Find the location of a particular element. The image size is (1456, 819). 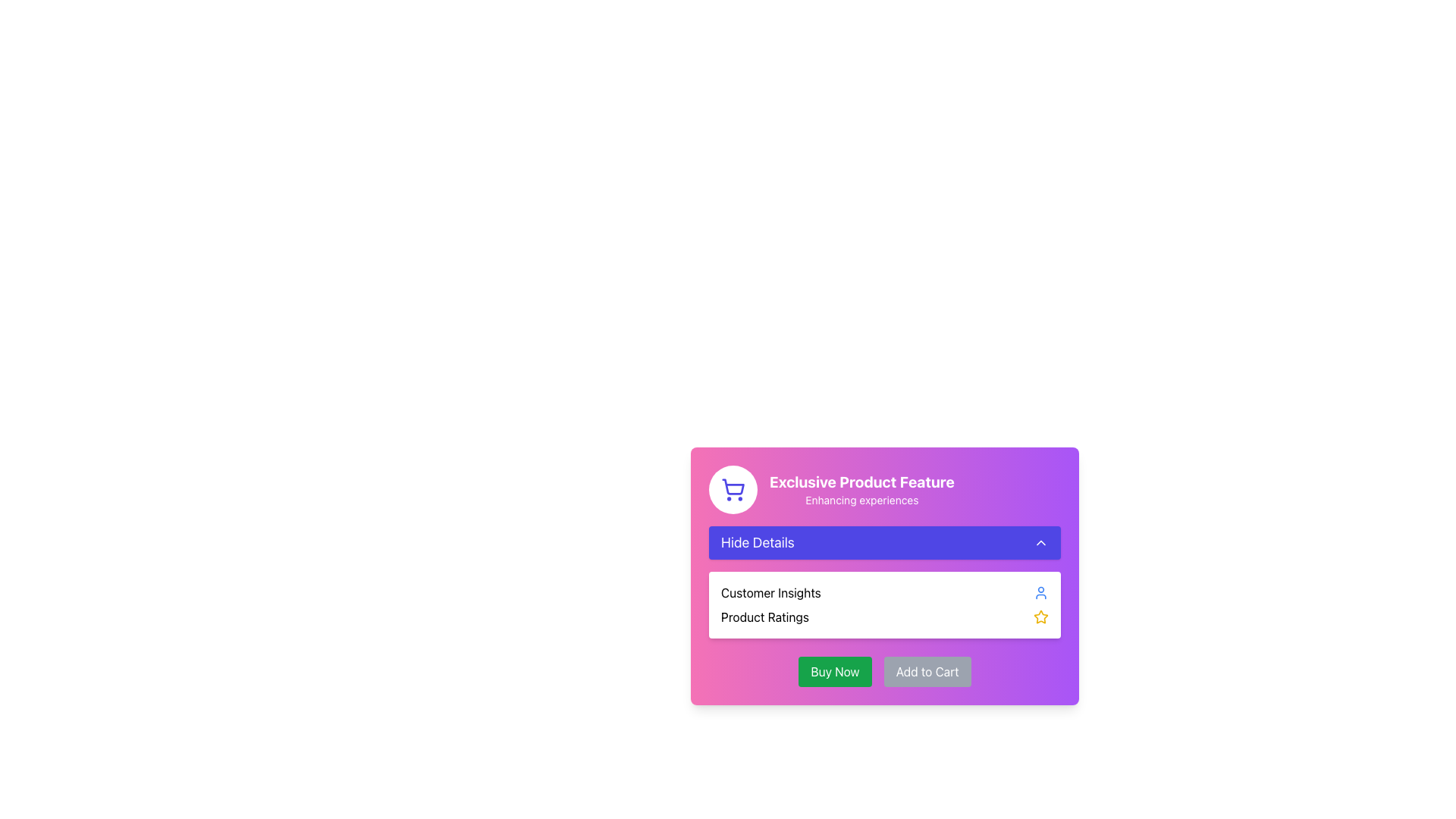

text label displaying 'Enhancing experiences.' located below the heading 'Exclusive Product Feature' on a purple gradient background is located at coordinates (861, 500).